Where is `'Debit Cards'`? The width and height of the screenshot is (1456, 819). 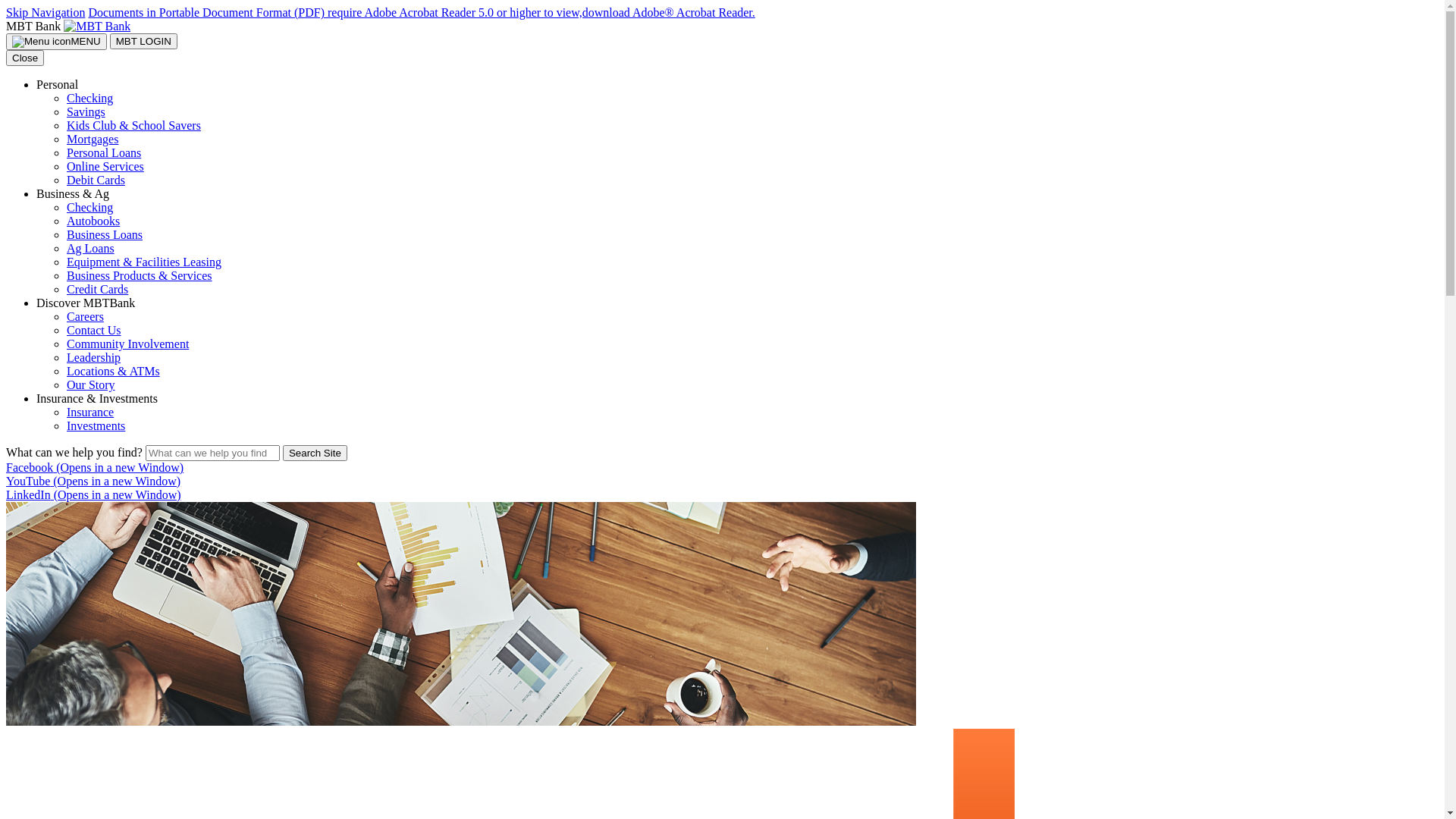 'Debit Cards' is located at coordinates (95, 179).